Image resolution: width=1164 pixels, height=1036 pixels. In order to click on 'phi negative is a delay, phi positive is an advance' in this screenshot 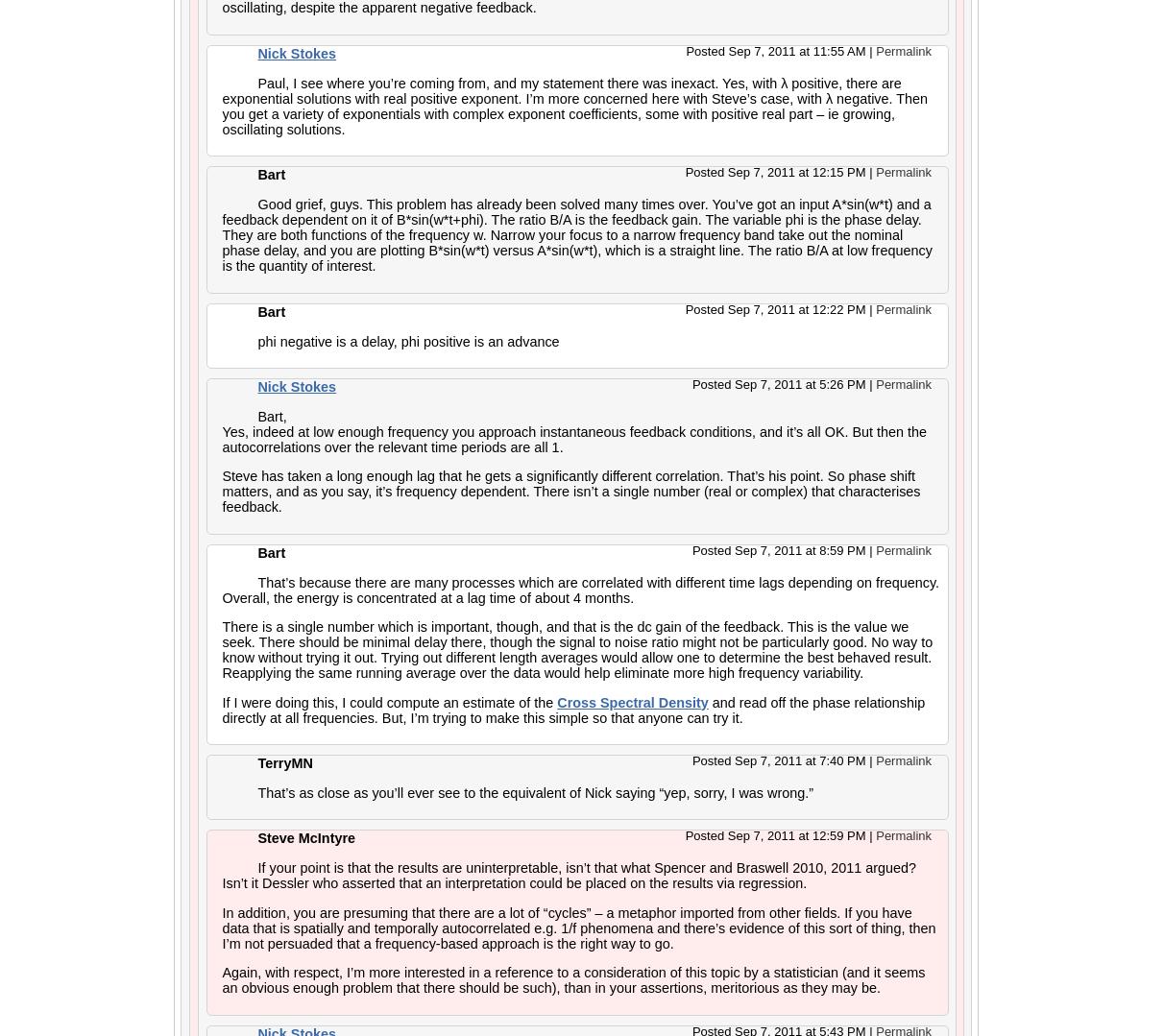, I will do `click(408, 340)`.